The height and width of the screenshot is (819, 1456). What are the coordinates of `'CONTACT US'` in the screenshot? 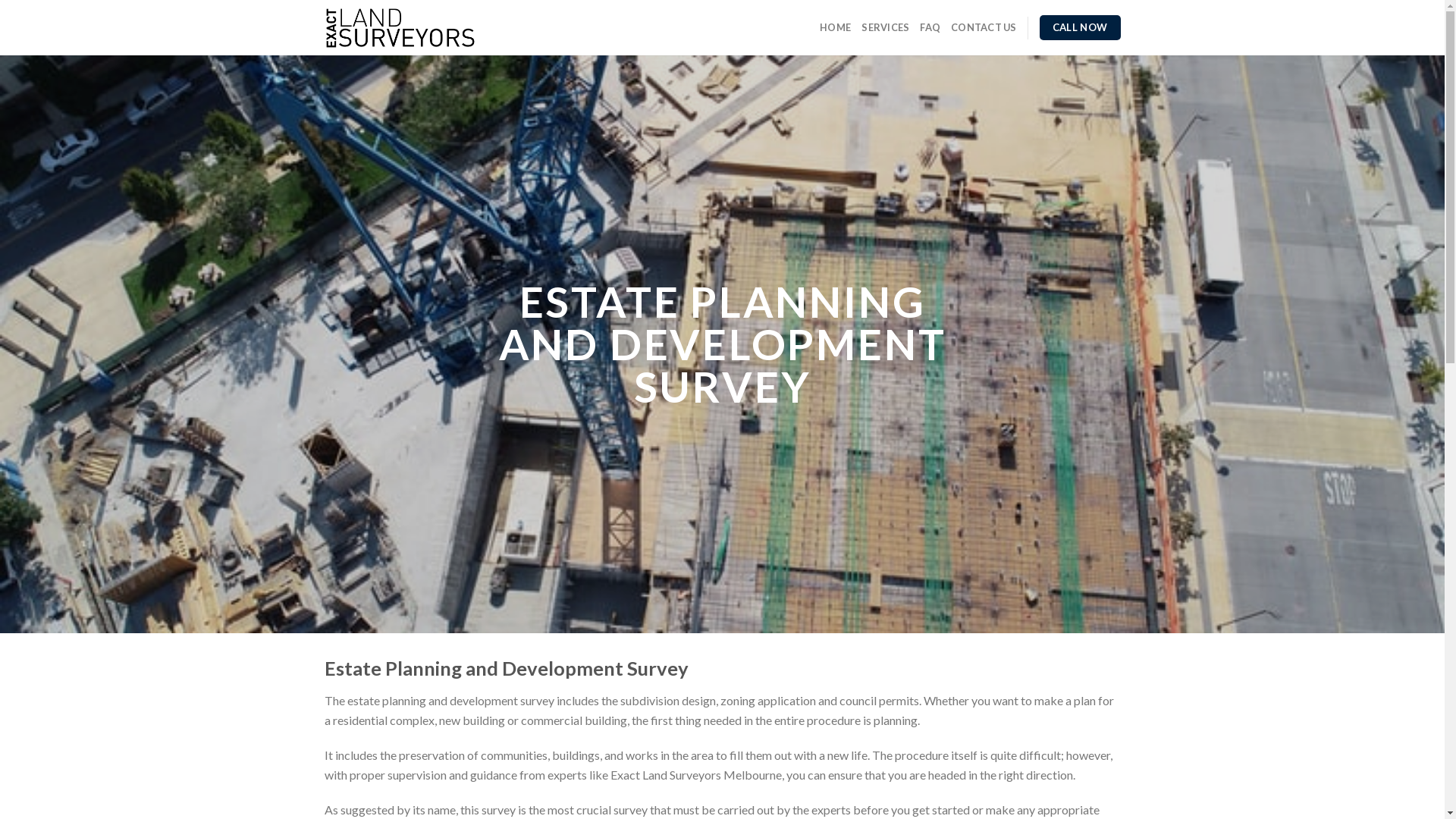 It's located at (984, 27).